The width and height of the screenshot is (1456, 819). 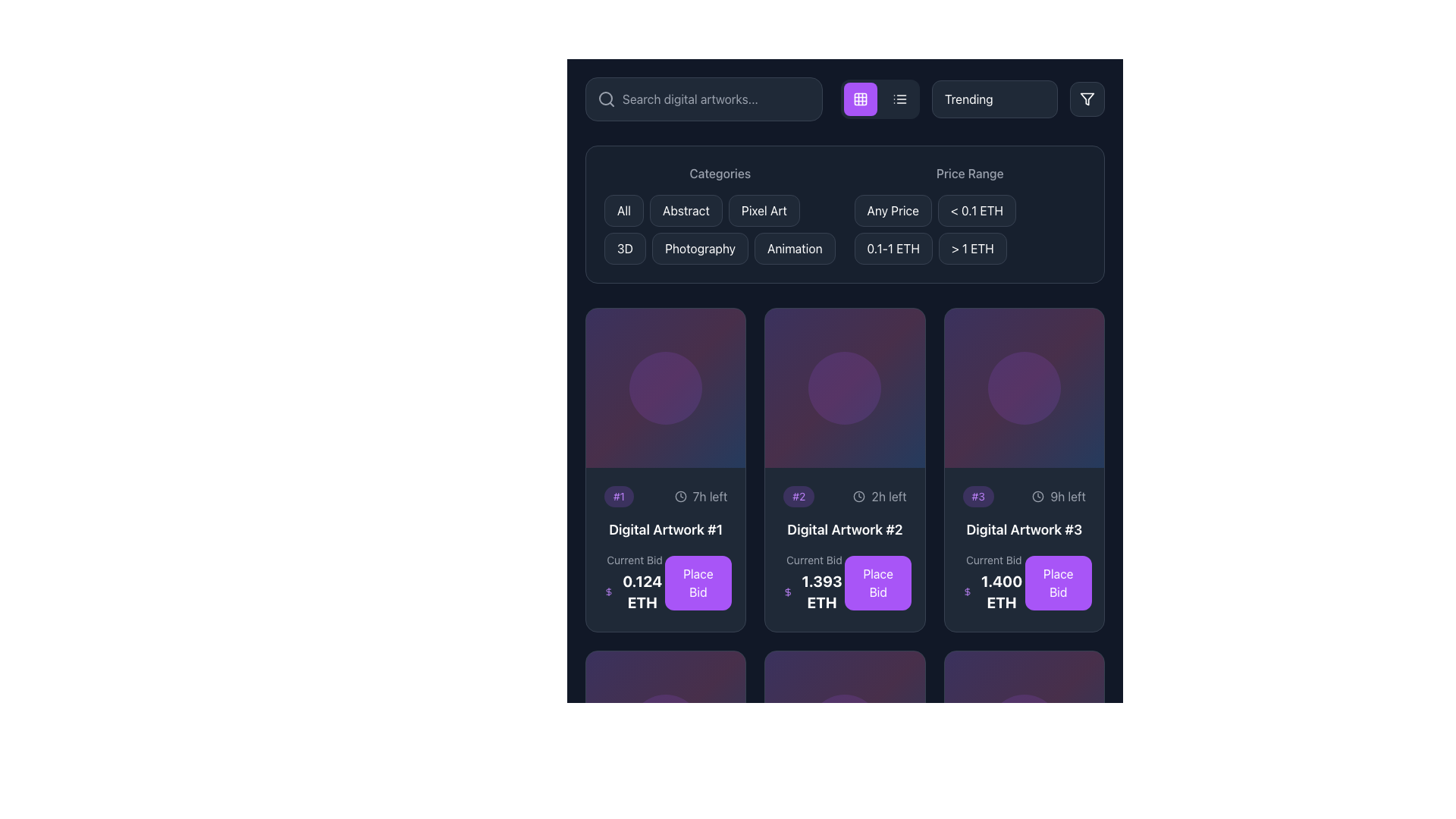 I want to click on the small purple dollar sign icon that is positioned to the left of the numeric value '1.400 ETH' in the pricing details for 'Digital Artwork #3.', so click(x=967, y=591).